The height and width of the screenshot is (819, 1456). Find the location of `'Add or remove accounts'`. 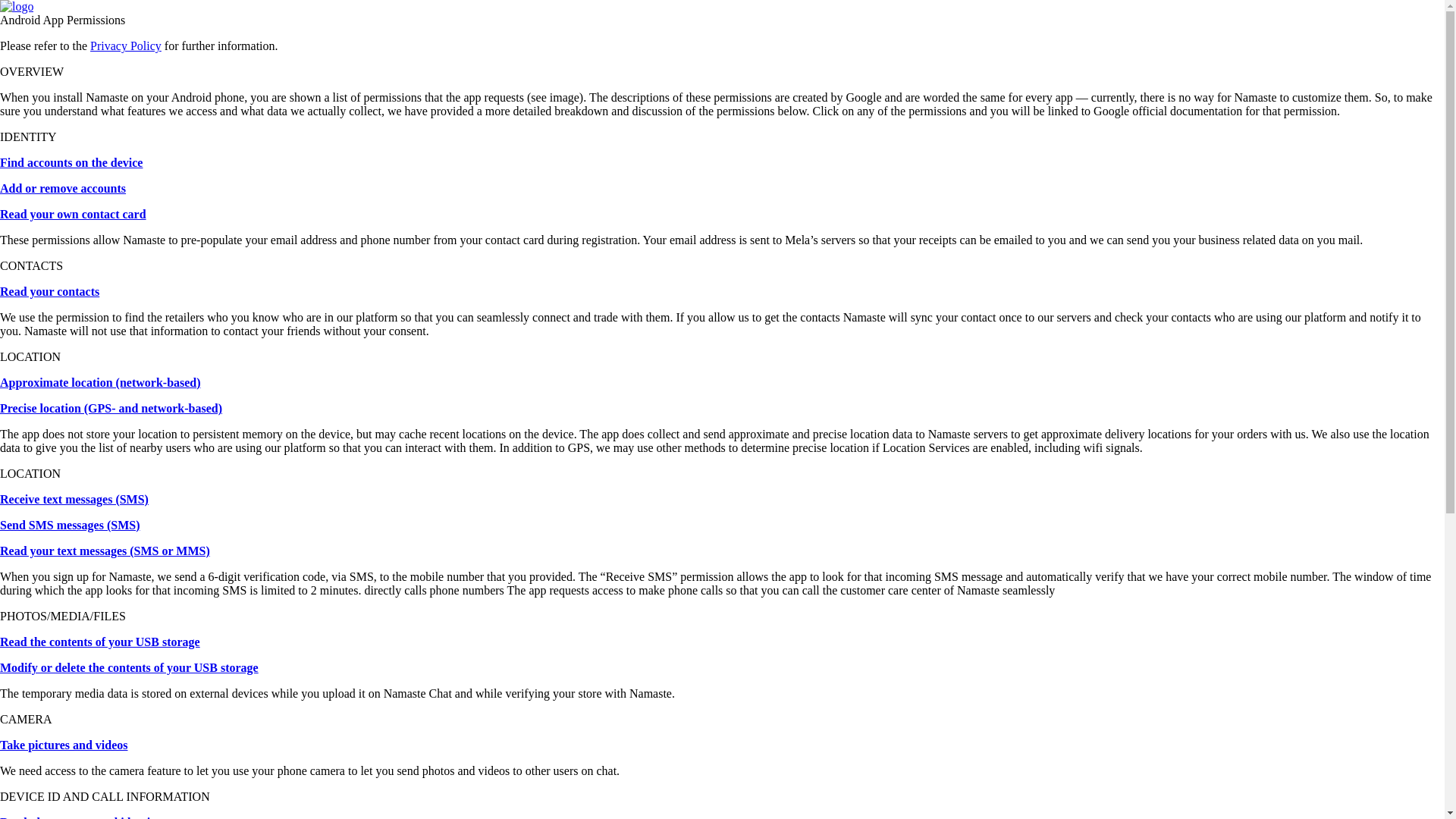

'Add or remove accounts' is located at coordinates (61, 187).